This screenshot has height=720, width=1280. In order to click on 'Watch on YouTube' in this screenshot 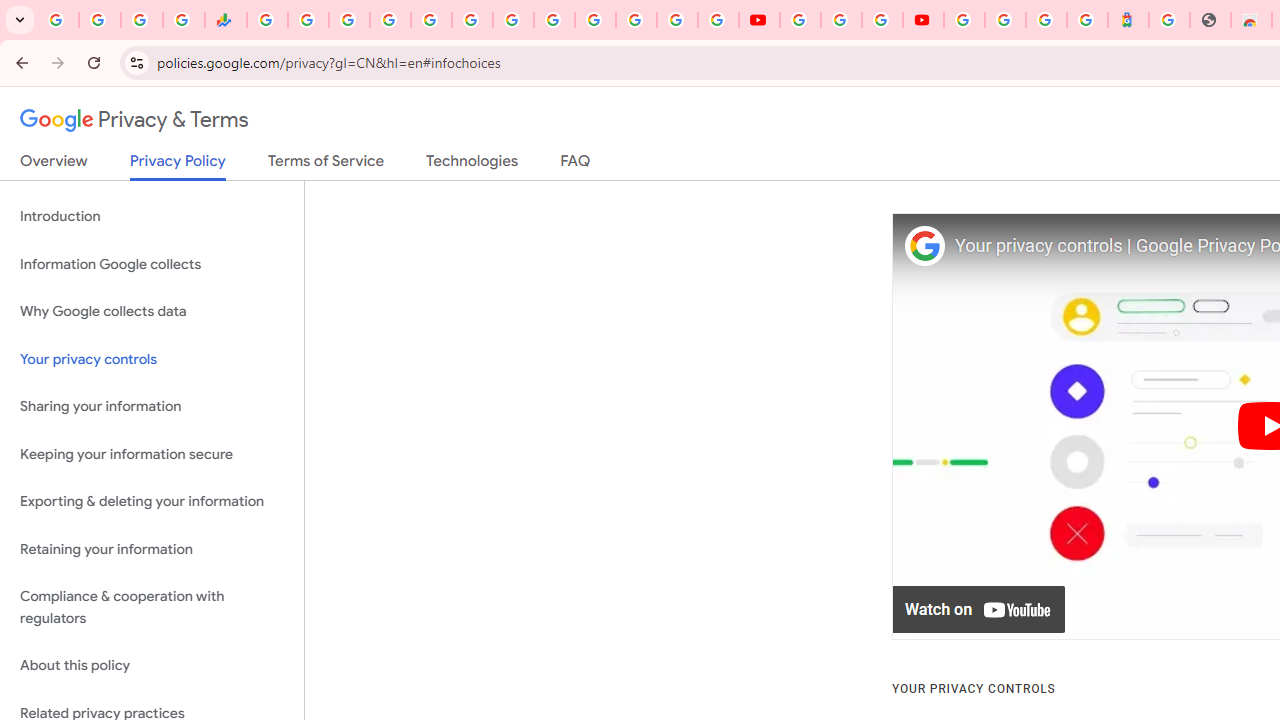, I will do `click(979, 609)`.